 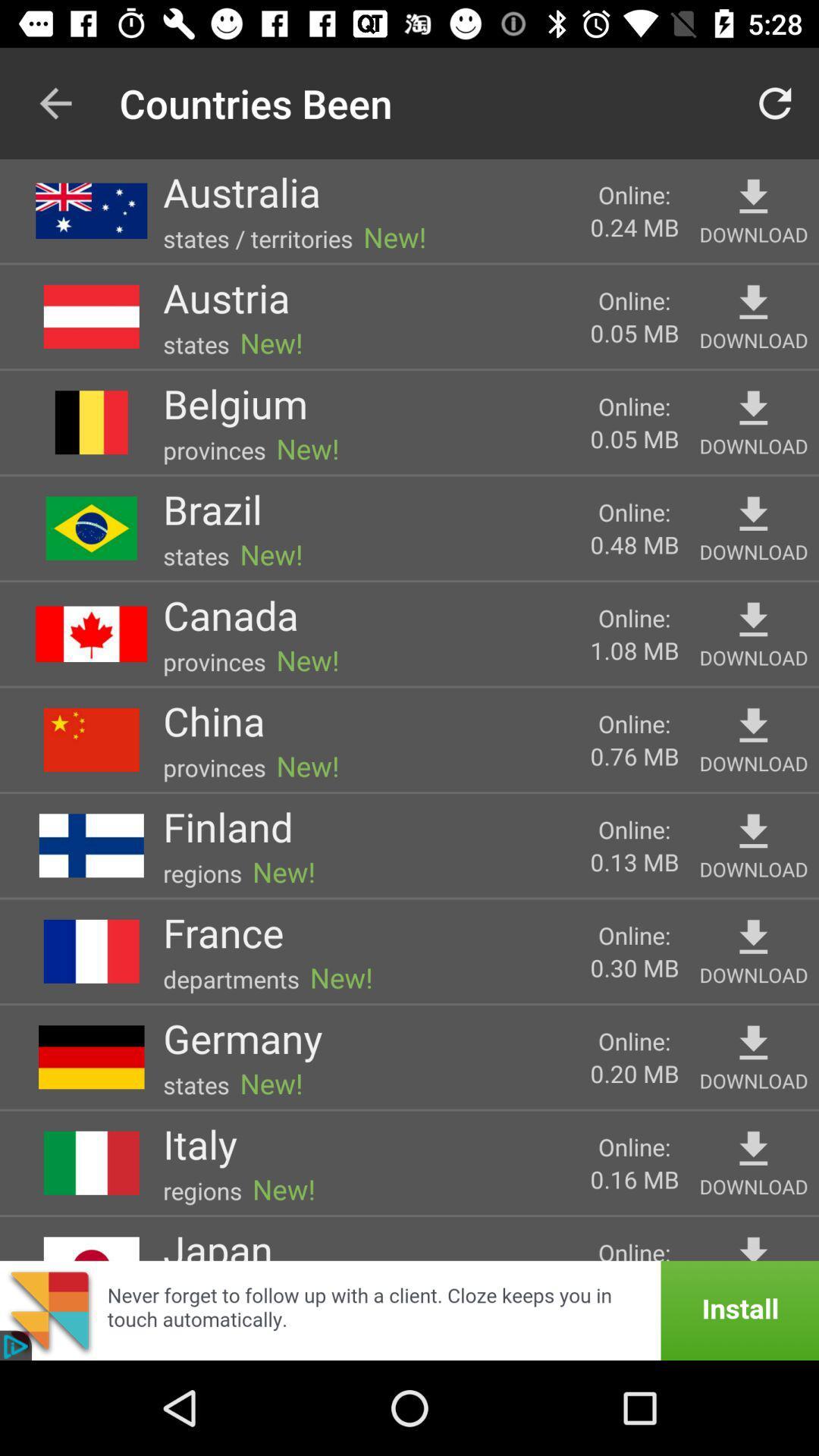 What do you see at coordinates (753, 831) in the screenshot?
I see `download finland map` at bounding box center [753, 831].